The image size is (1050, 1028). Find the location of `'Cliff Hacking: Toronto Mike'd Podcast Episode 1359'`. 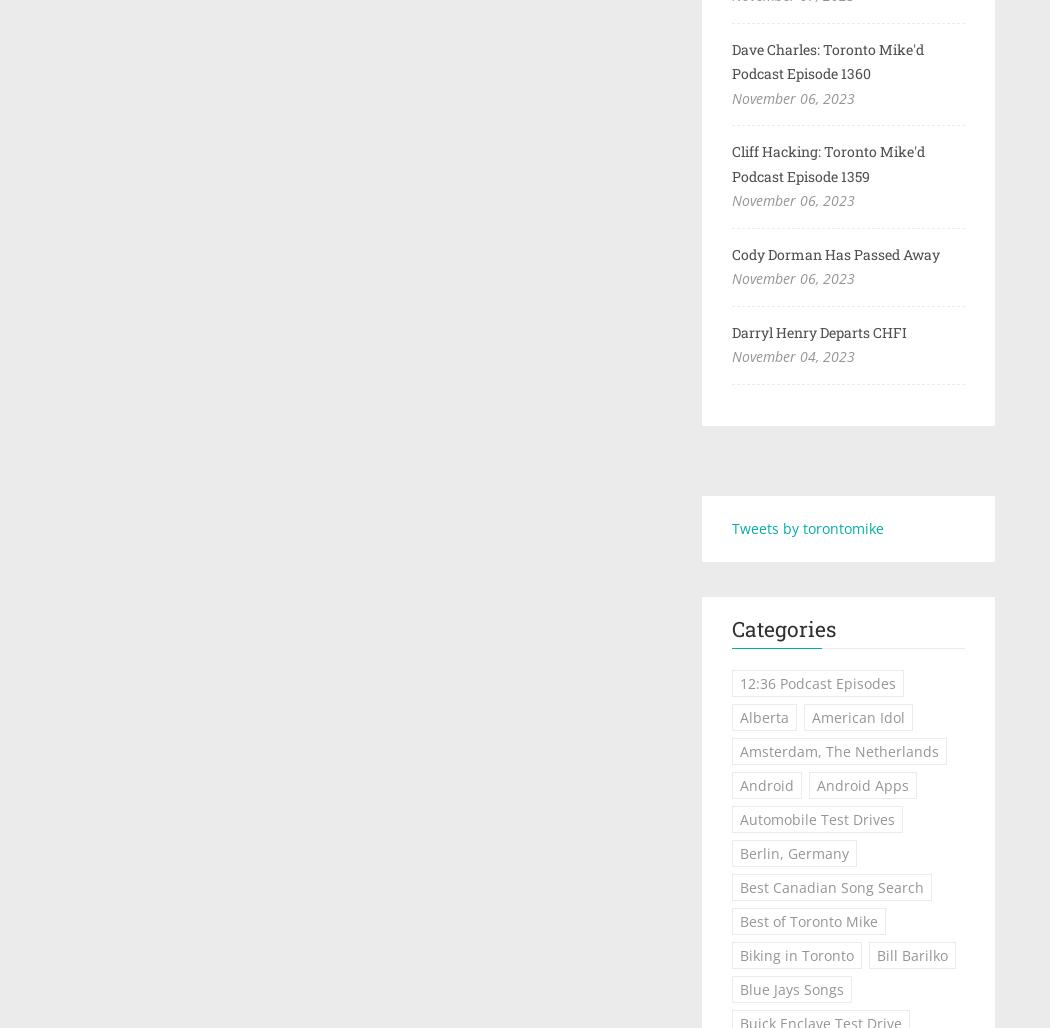

'Cliff Hacking: Toronto Mike'd Podcast Episode 1359' is located at coordinates (827, 163).